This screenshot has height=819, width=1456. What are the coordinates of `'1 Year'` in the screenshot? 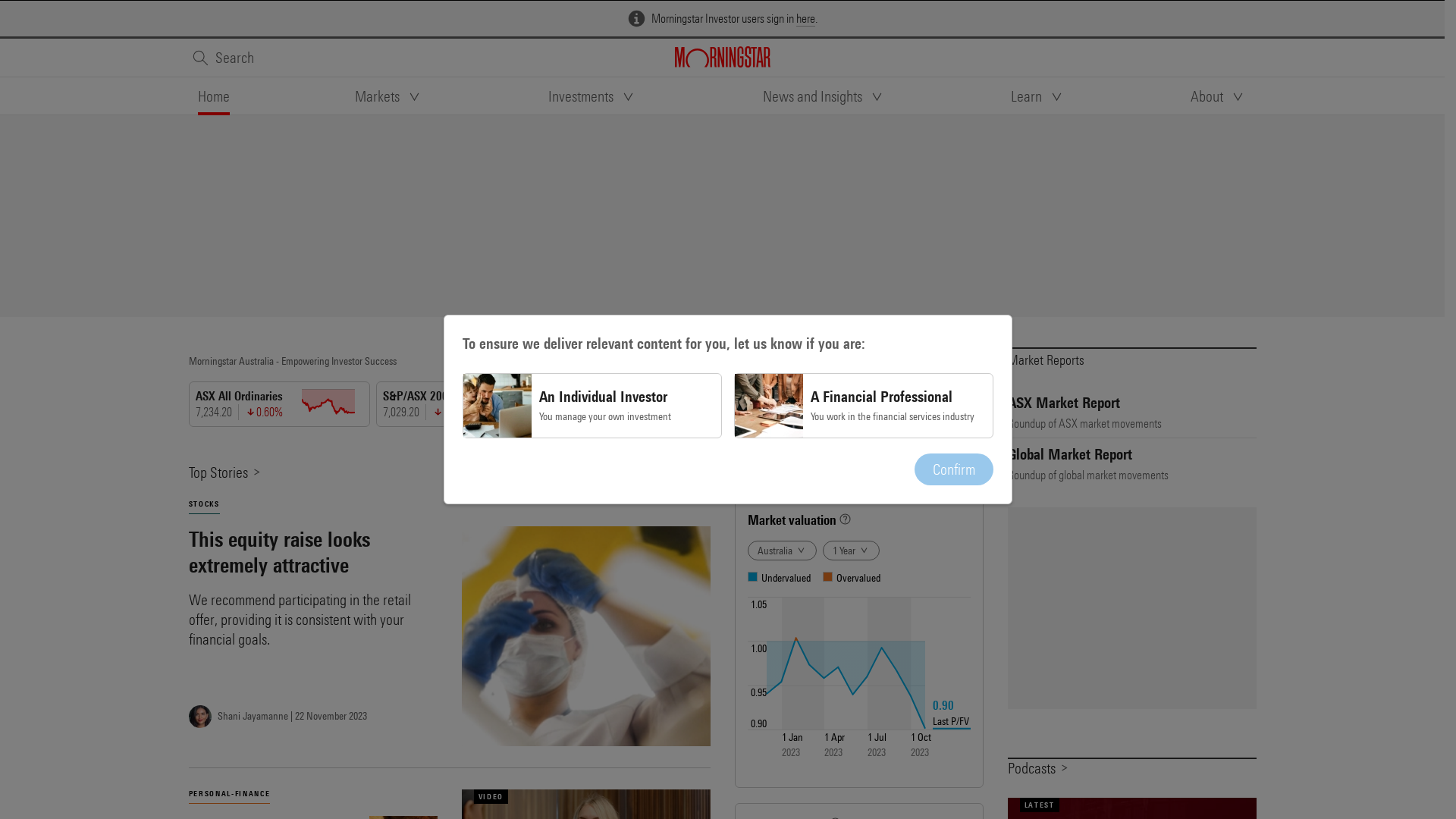 It's located at (850, 550).